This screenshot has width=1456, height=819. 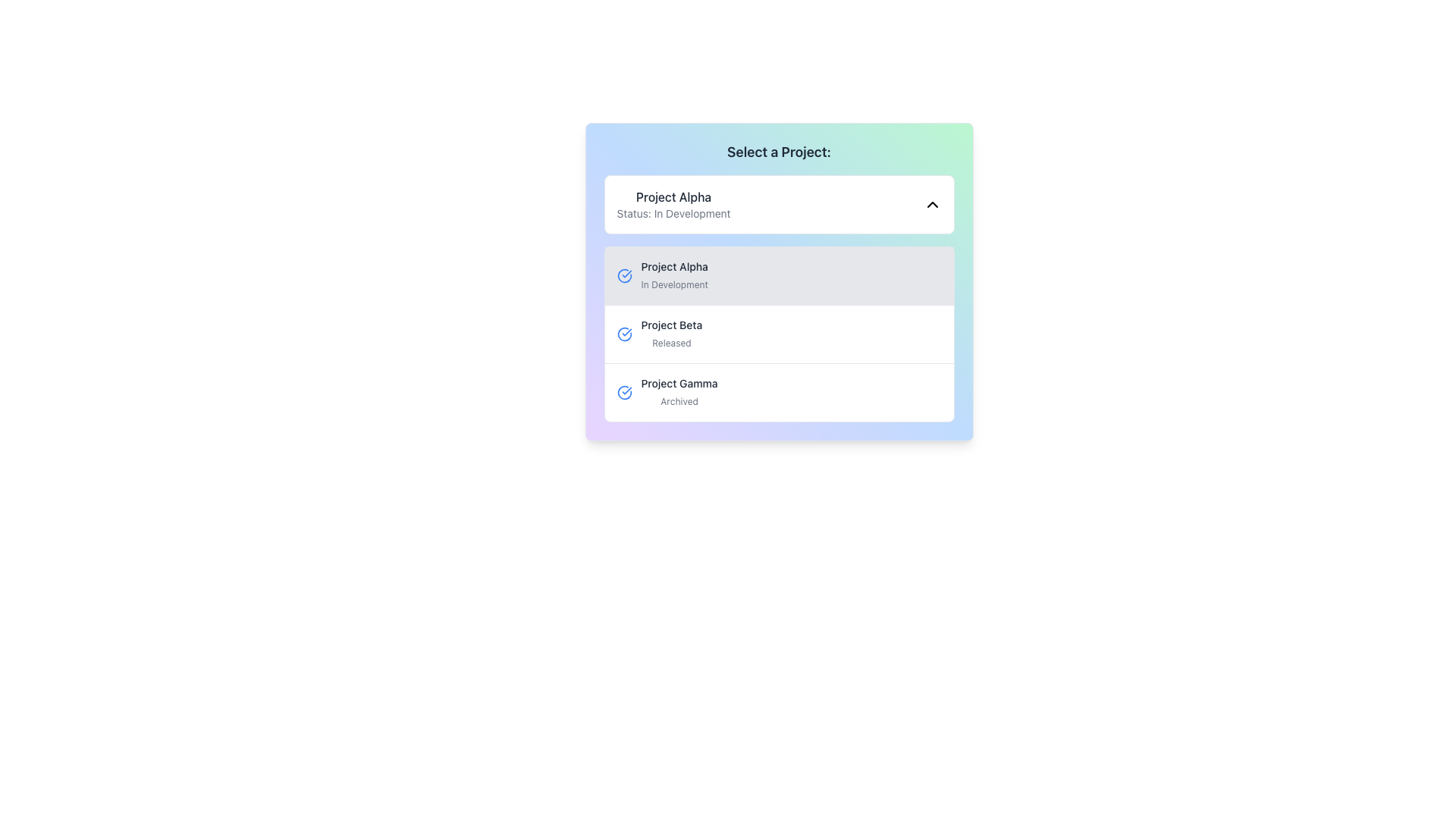 What do you see at coordinates (673, 205) in the screenshot?
I see `the informative text block displaying the currently selected project name and status, which is the first entry in the dropdown menu` at bounding box center [673, 205].